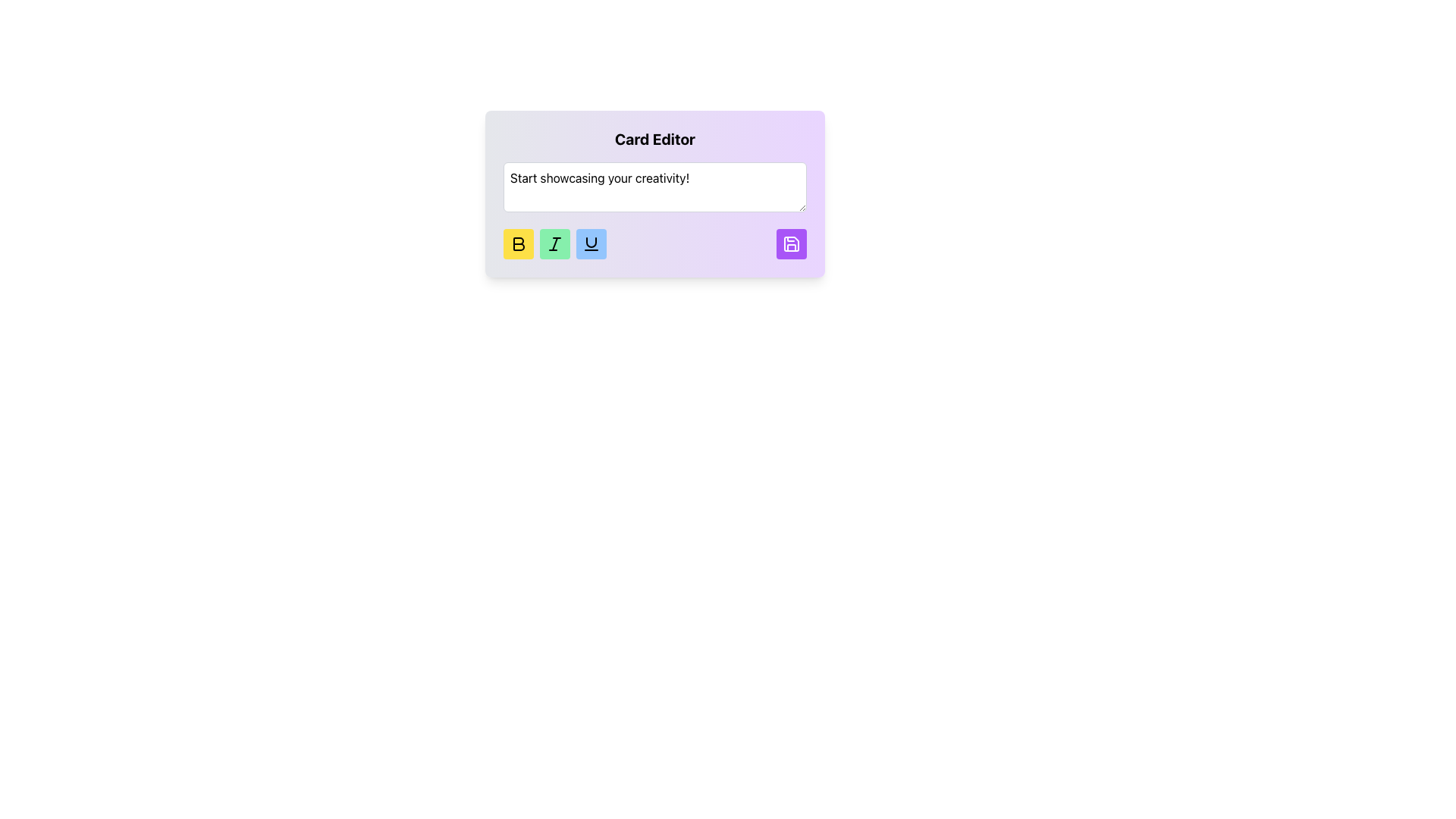 The image size is (1456, 819). I want to click on the save icon located at the bottom-right corner of the card editor panel, so click(790, 243).